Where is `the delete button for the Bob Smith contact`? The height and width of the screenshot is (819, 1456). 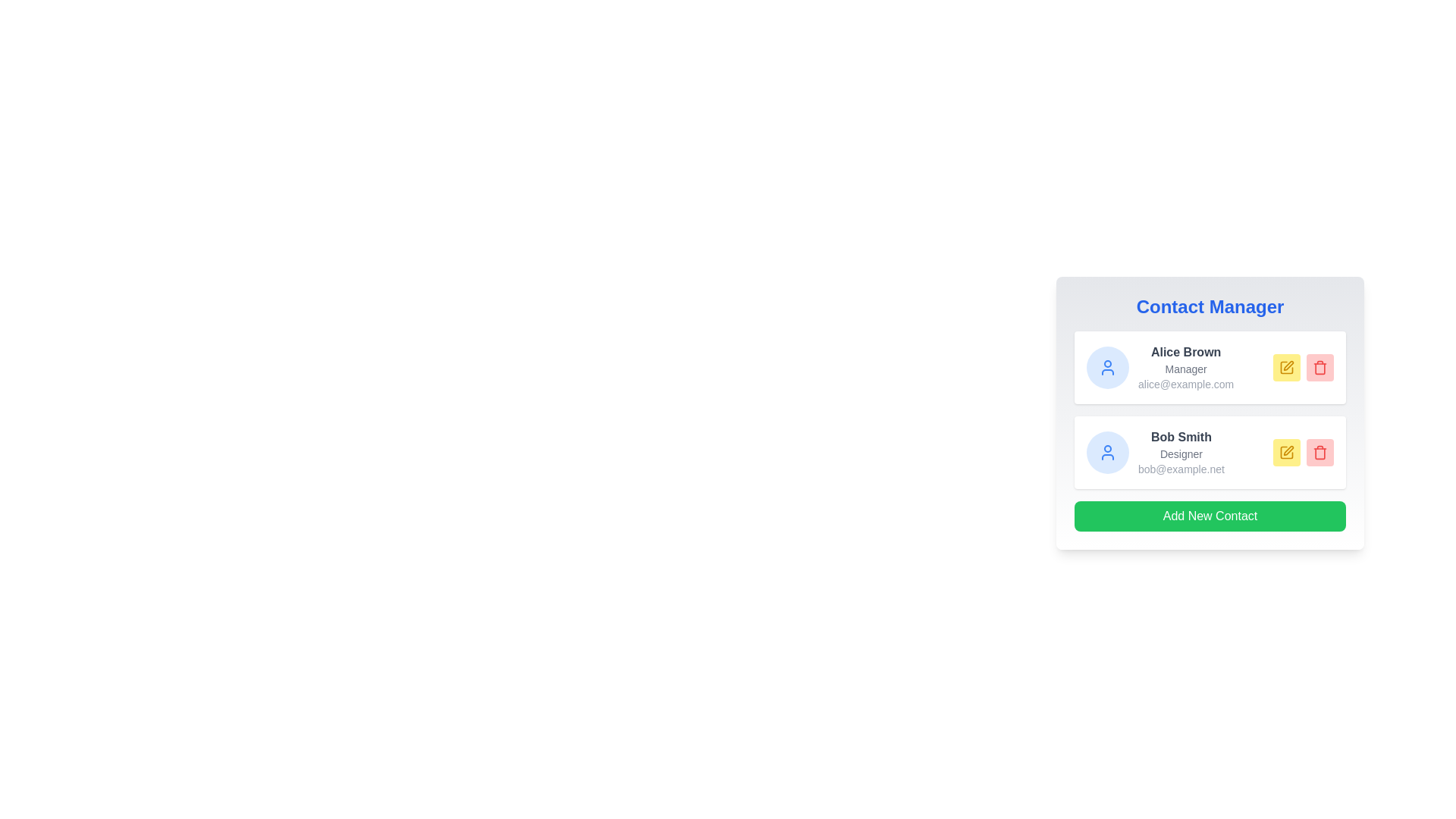
the delete button for the Bob Smith contact is located at coordinates (1319, 452).